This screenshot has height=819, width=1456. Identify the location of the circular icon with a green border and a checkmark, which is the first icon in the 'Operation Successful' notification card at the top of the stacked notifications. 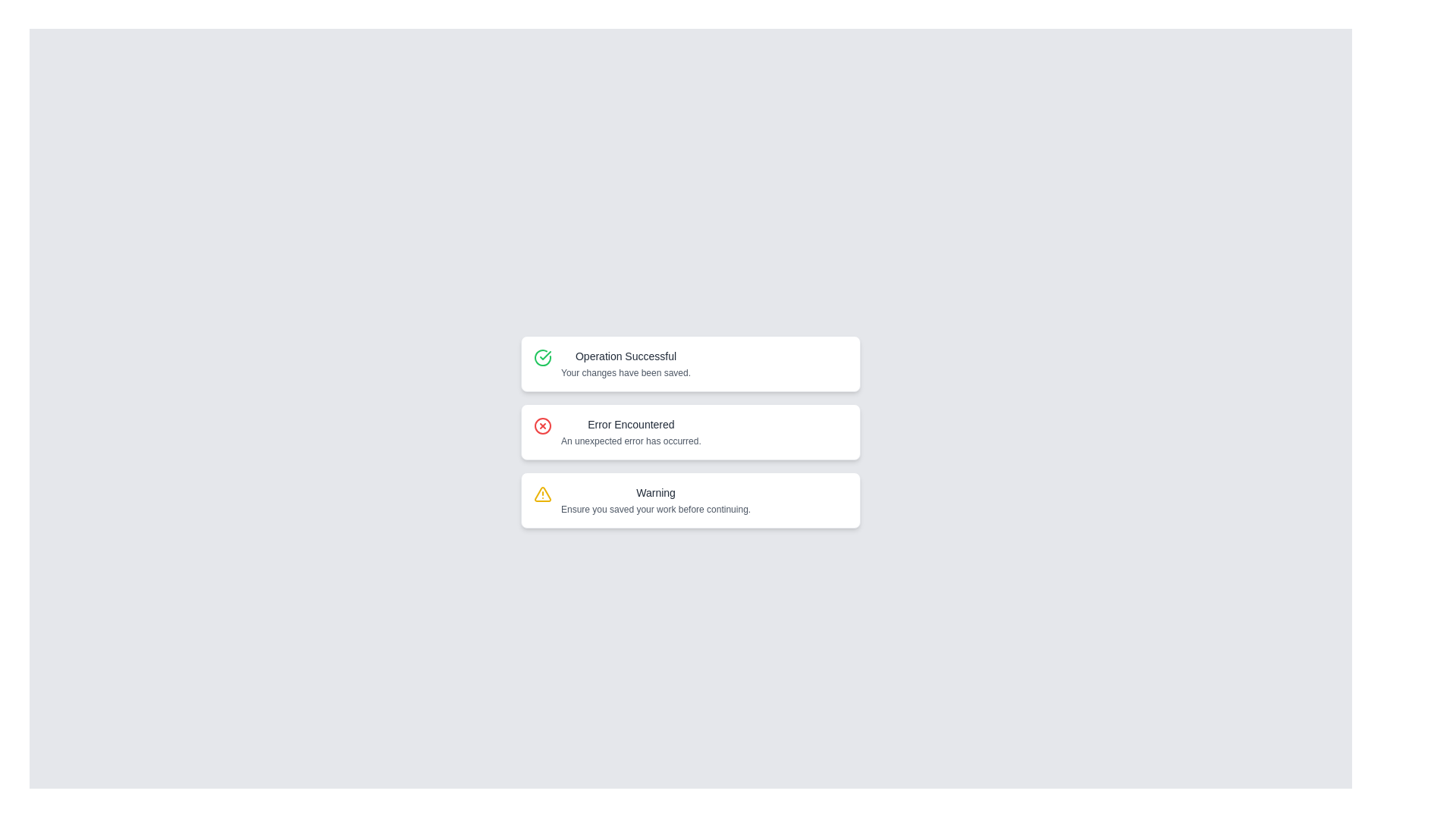
(542, 357).